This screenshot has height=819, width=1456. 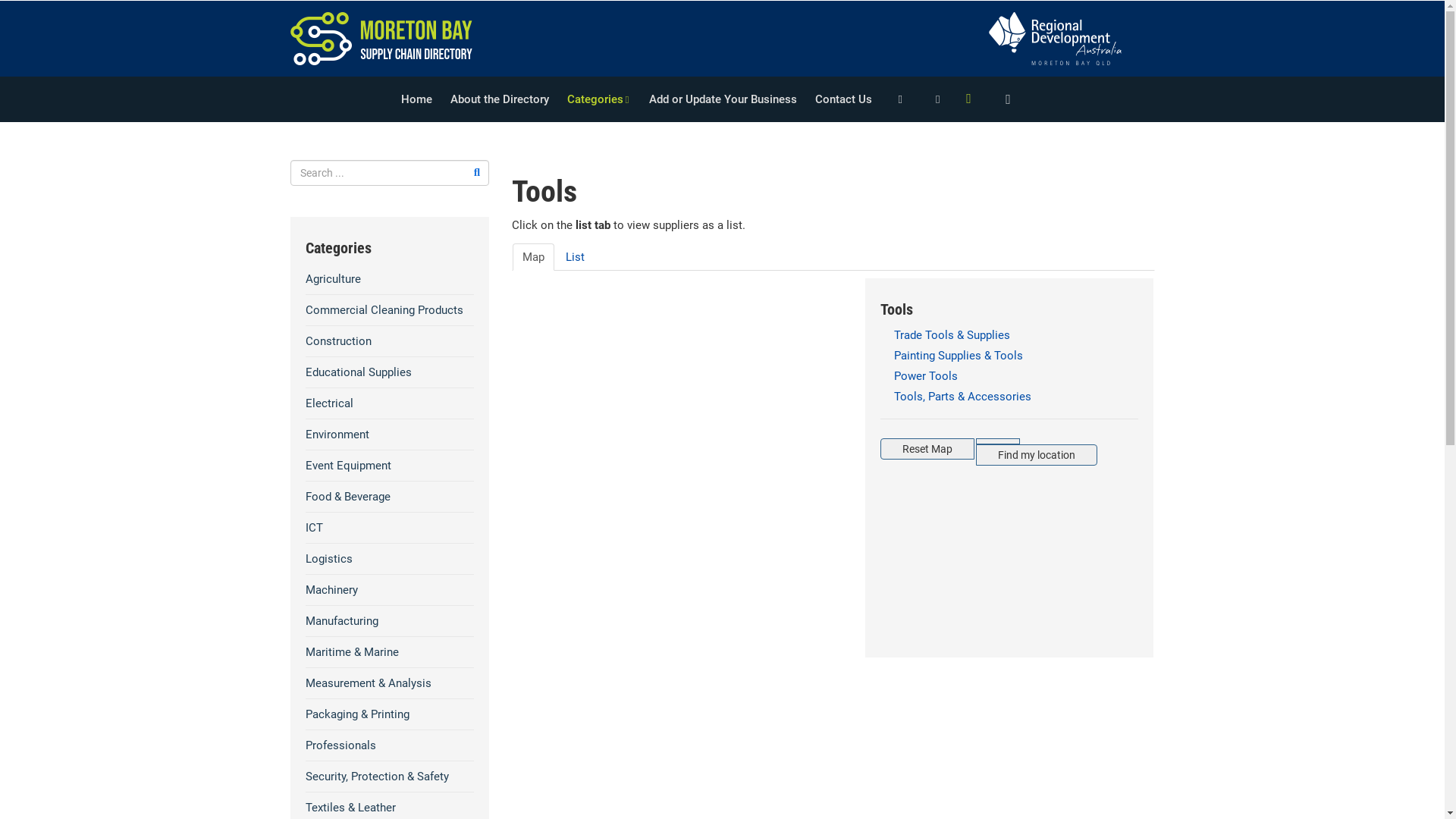 I want to click on 'Manufacturing', so click(x=389, y=620).